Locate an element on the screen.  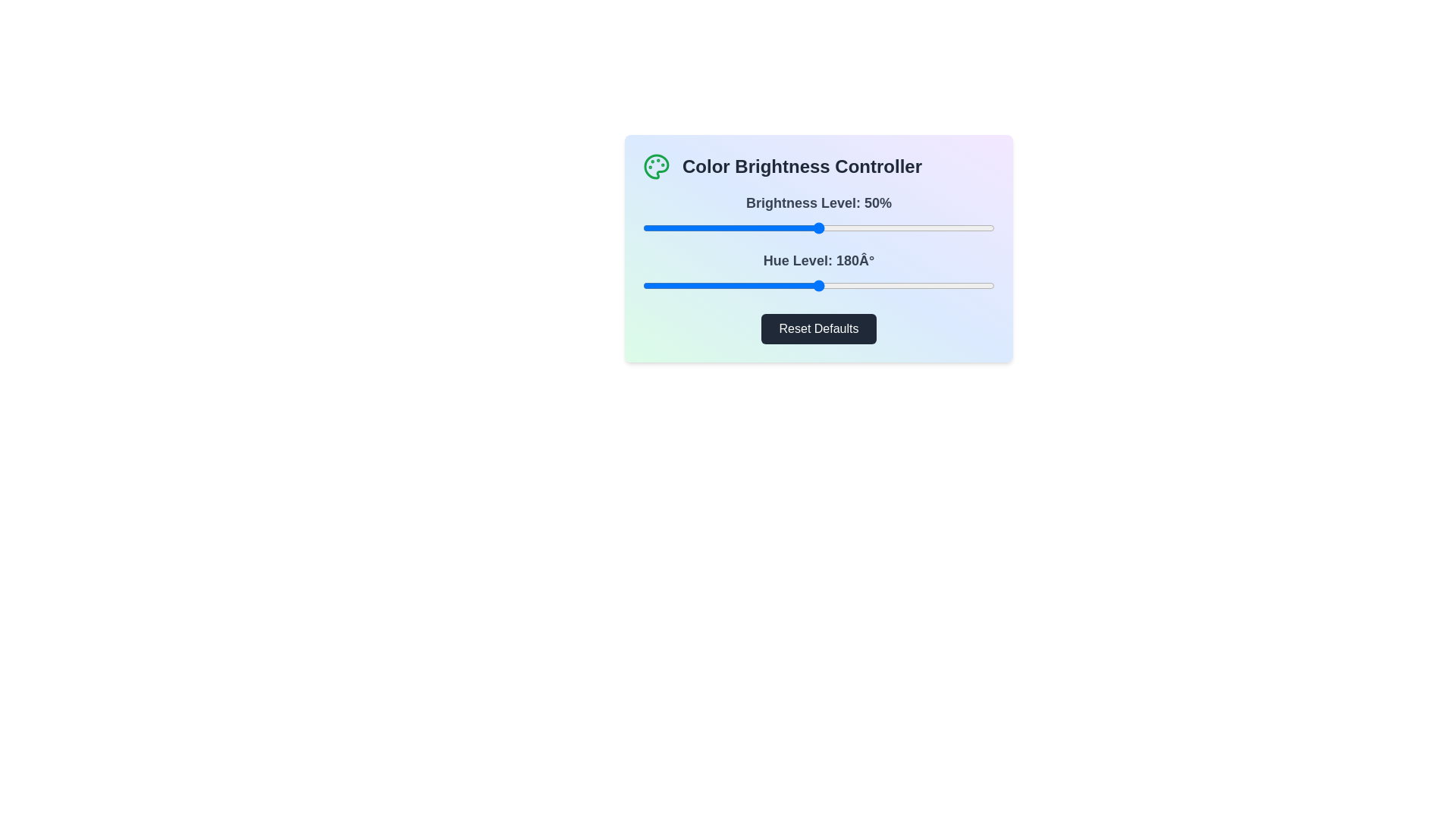
the brightness slider to 10% is located at coordinates (677, 227).